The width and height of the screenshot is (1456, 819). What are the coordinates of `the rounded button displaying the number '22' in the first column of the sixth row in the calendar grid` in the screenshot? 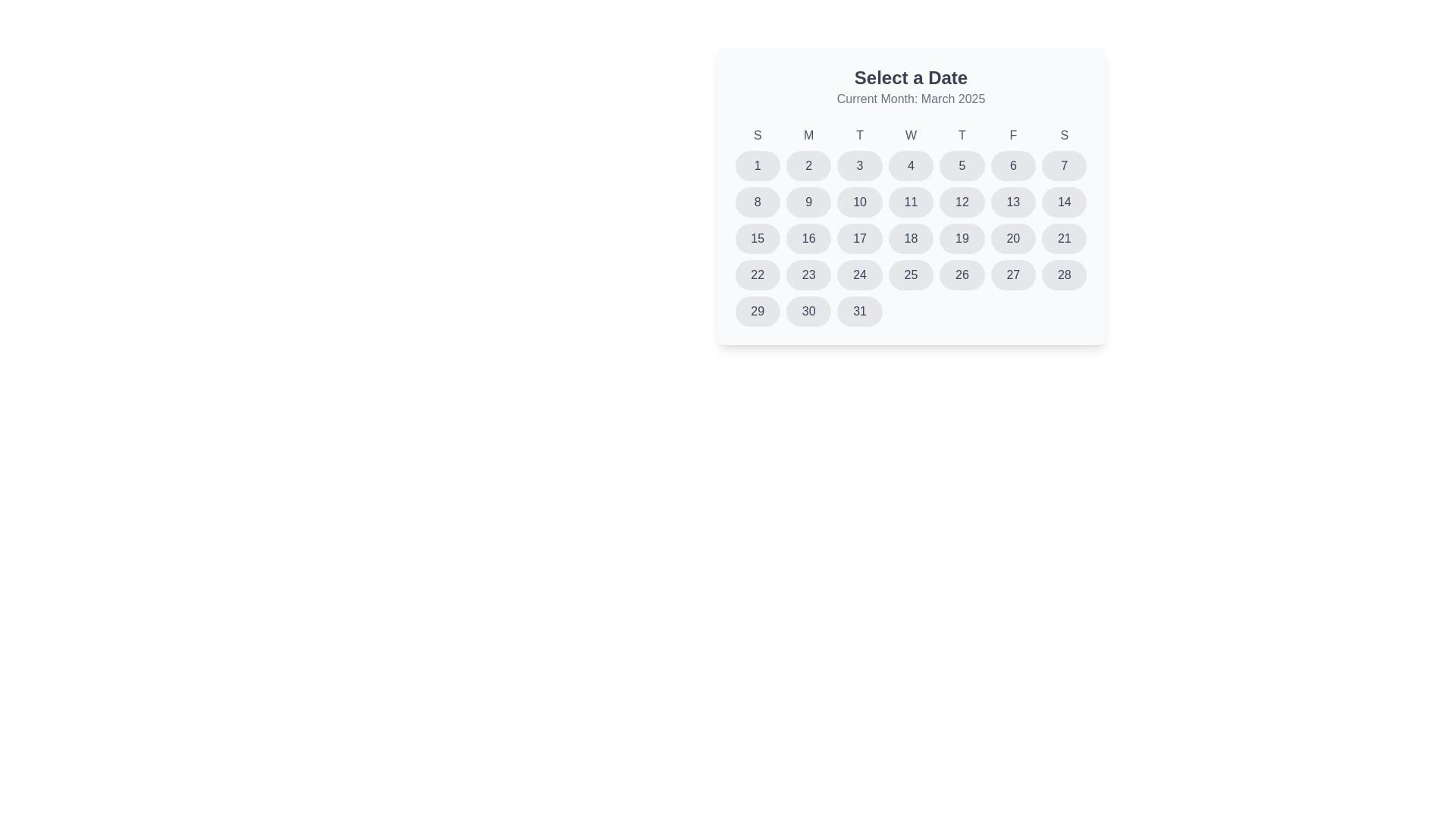 It's located at (758, 275).